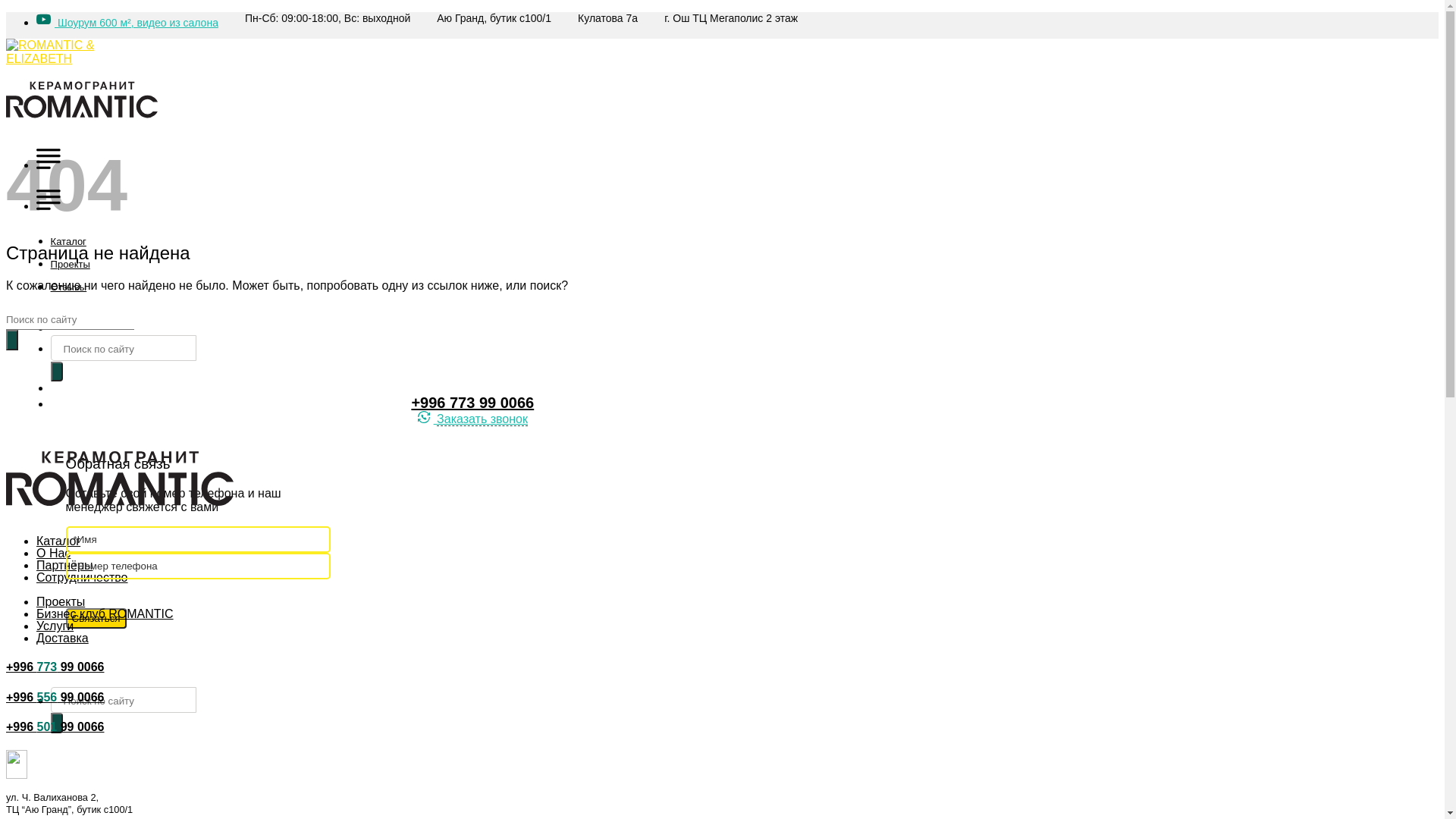 The height and width of the screenshot is (819, 1456). Describe the element at coordinates (472, 402) in the screenshot. I see `'+996 773 99 0066'` at that location.